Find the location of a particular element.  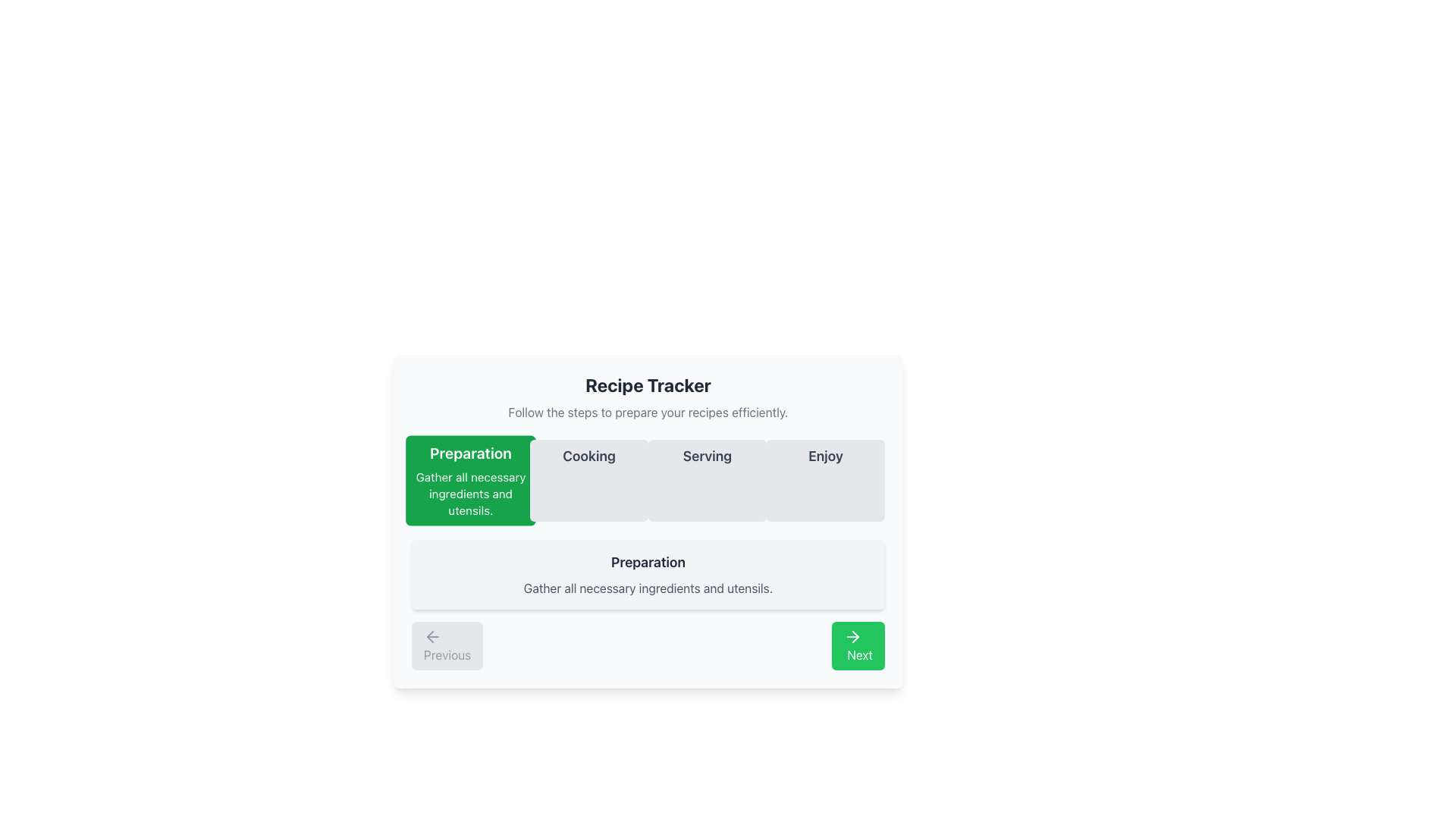

the right-pointing arrow icon is located at coordinates (853, 637).